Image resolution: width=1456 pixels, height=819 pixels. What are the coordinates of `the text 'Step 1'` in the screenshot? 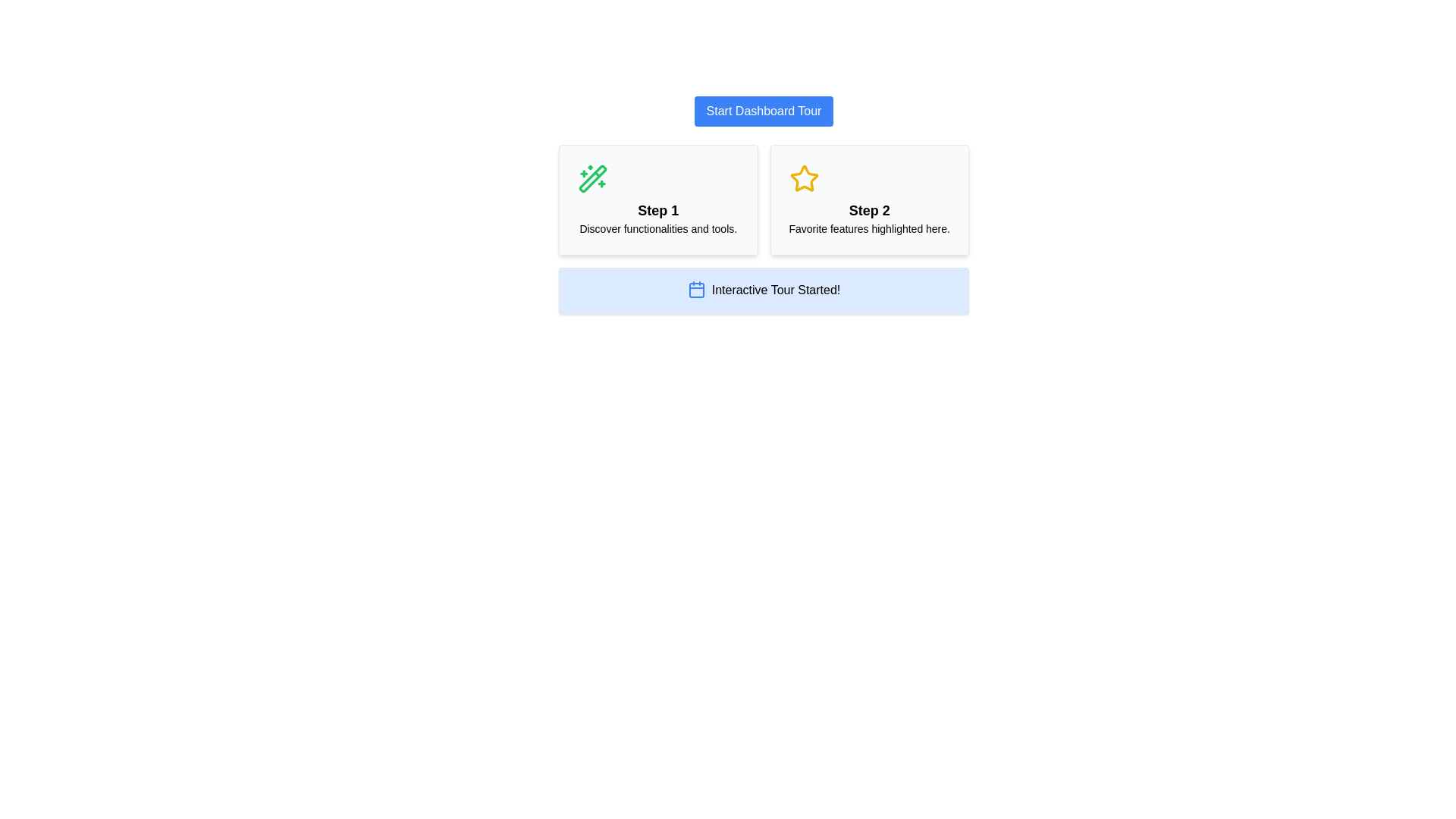 It's located at (658, 210).